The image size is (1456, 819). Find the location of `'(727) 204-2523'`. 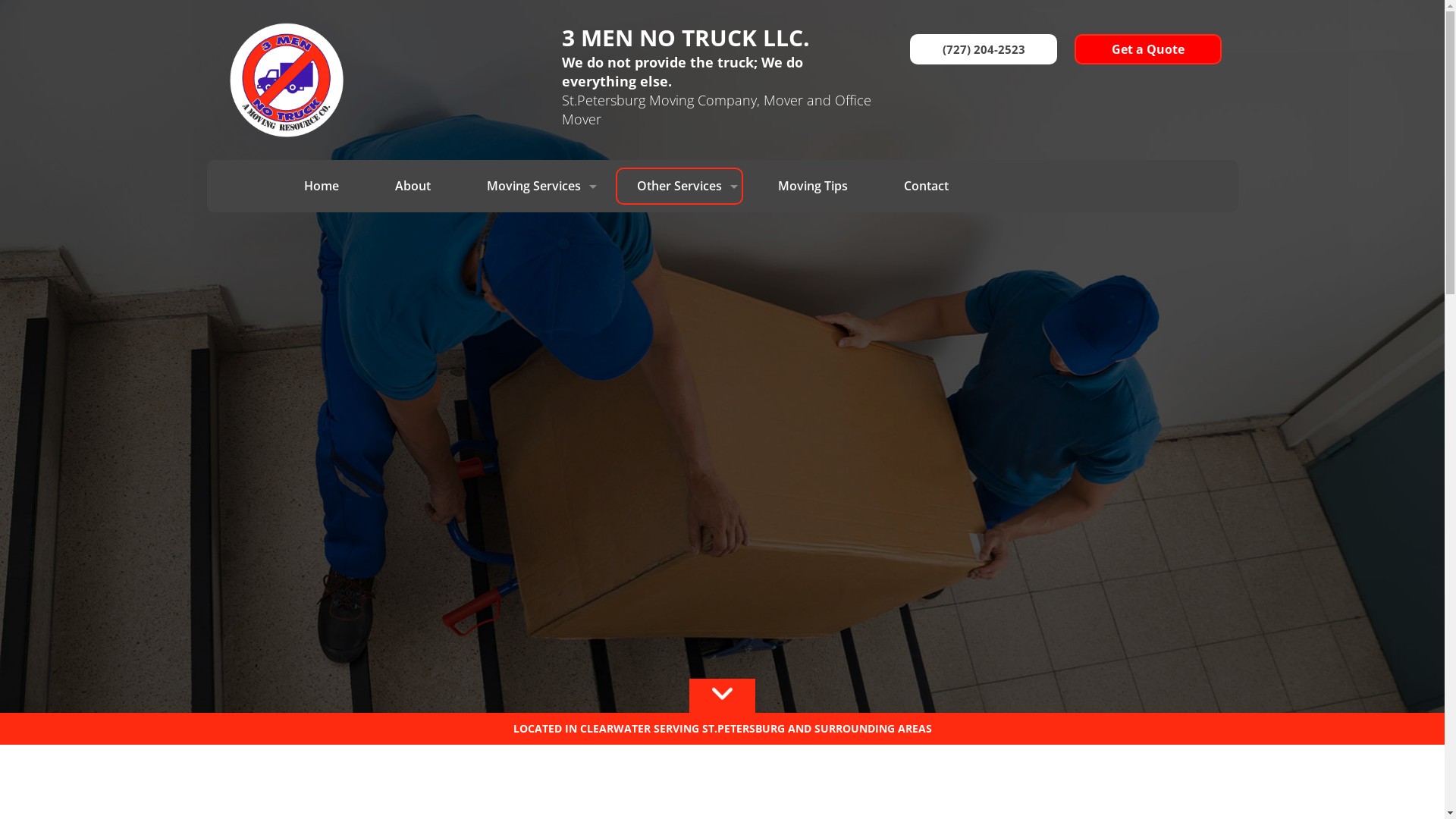

'(727) 204-2523' is located at coordinates (983, 49).